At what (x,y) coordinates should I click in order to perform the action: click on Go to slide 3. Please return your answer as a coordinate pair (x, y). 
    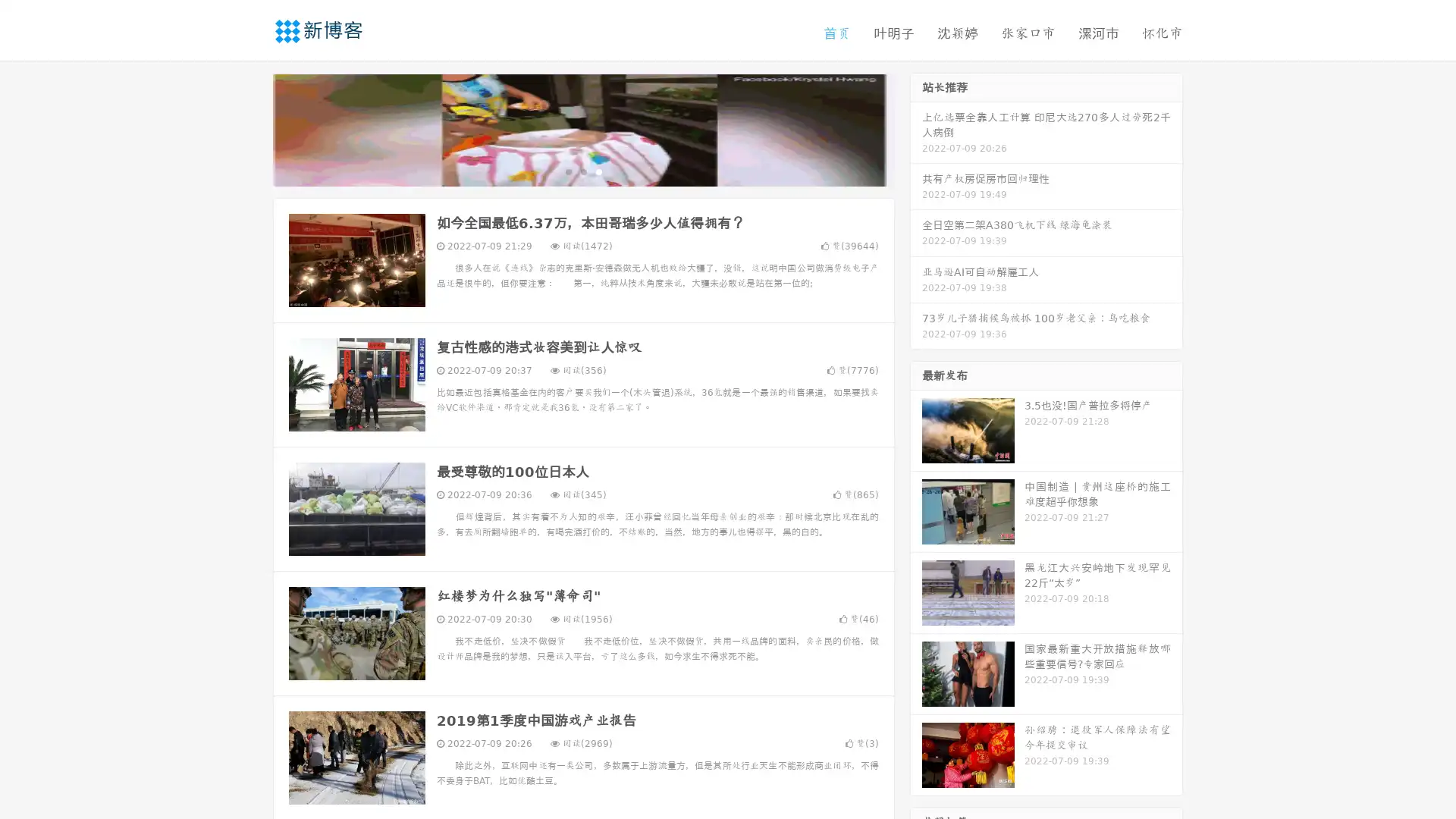
    Looking at the image, I should click on (598, 171).